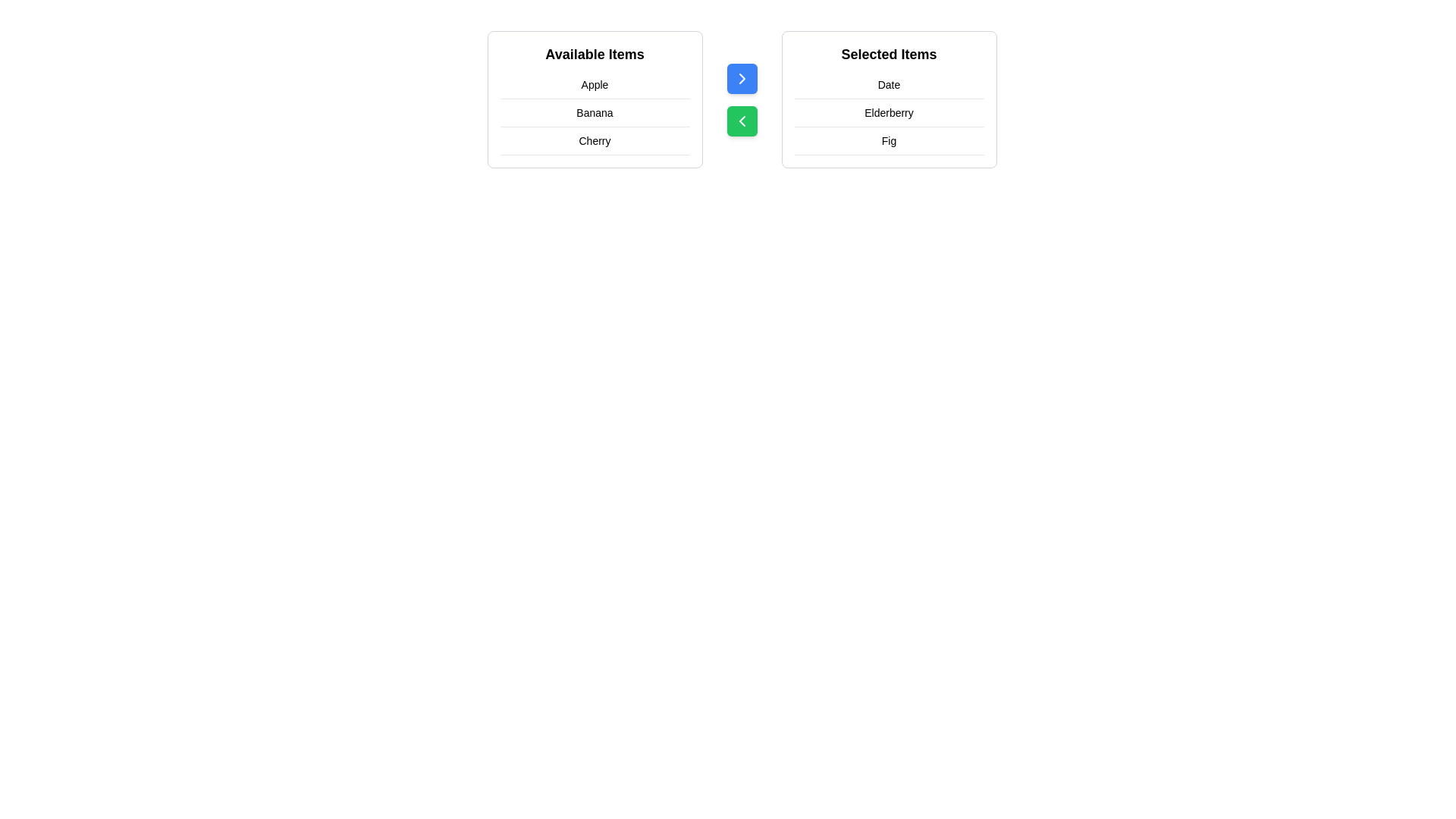 The width and height of the screenshot is (1456, 819). I want to click on the text label displaying 'Fig' in a small, bold font, which is the third item in the 'Selected Items' panel, located on the right side of the interface, so click(889, 141).